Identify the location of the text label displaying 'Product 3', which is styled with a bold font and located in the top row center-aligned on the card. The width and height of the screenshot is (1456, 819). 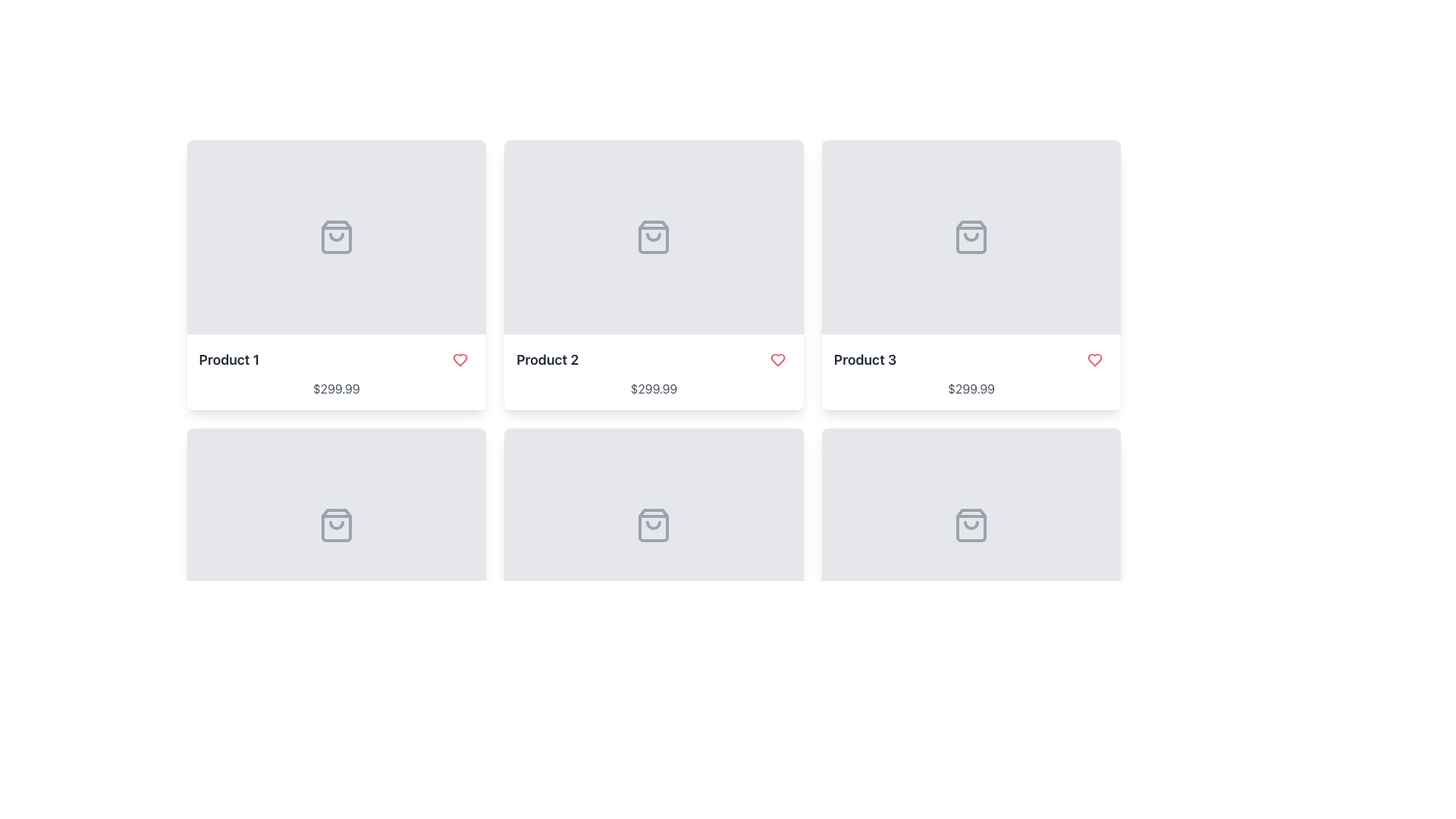
(865, 359).